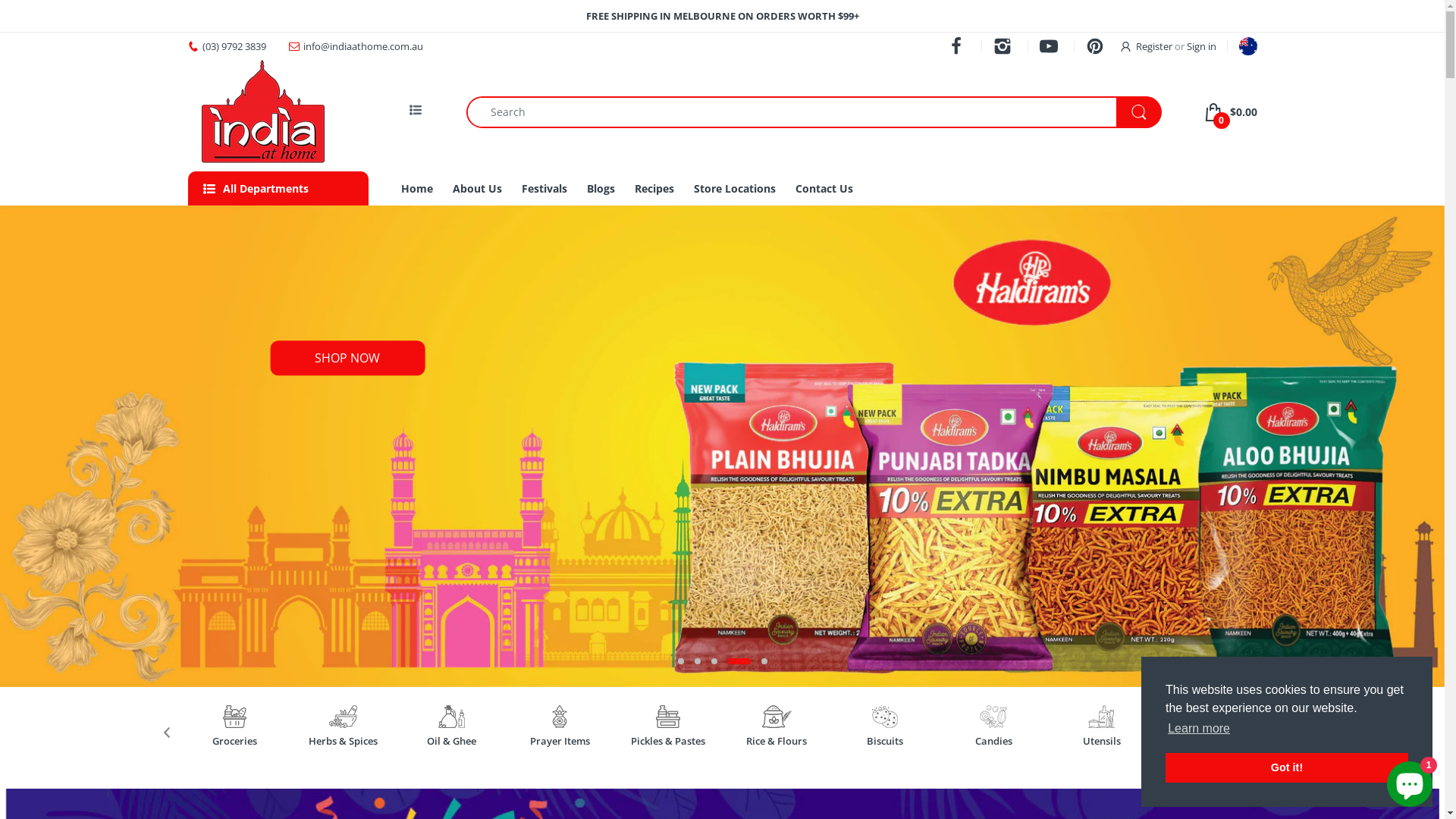 This screenshot has width=1456, height=819. Describe the element at coordinates (544, 187) in the screenshot. I see `'Festivals'` at that location.